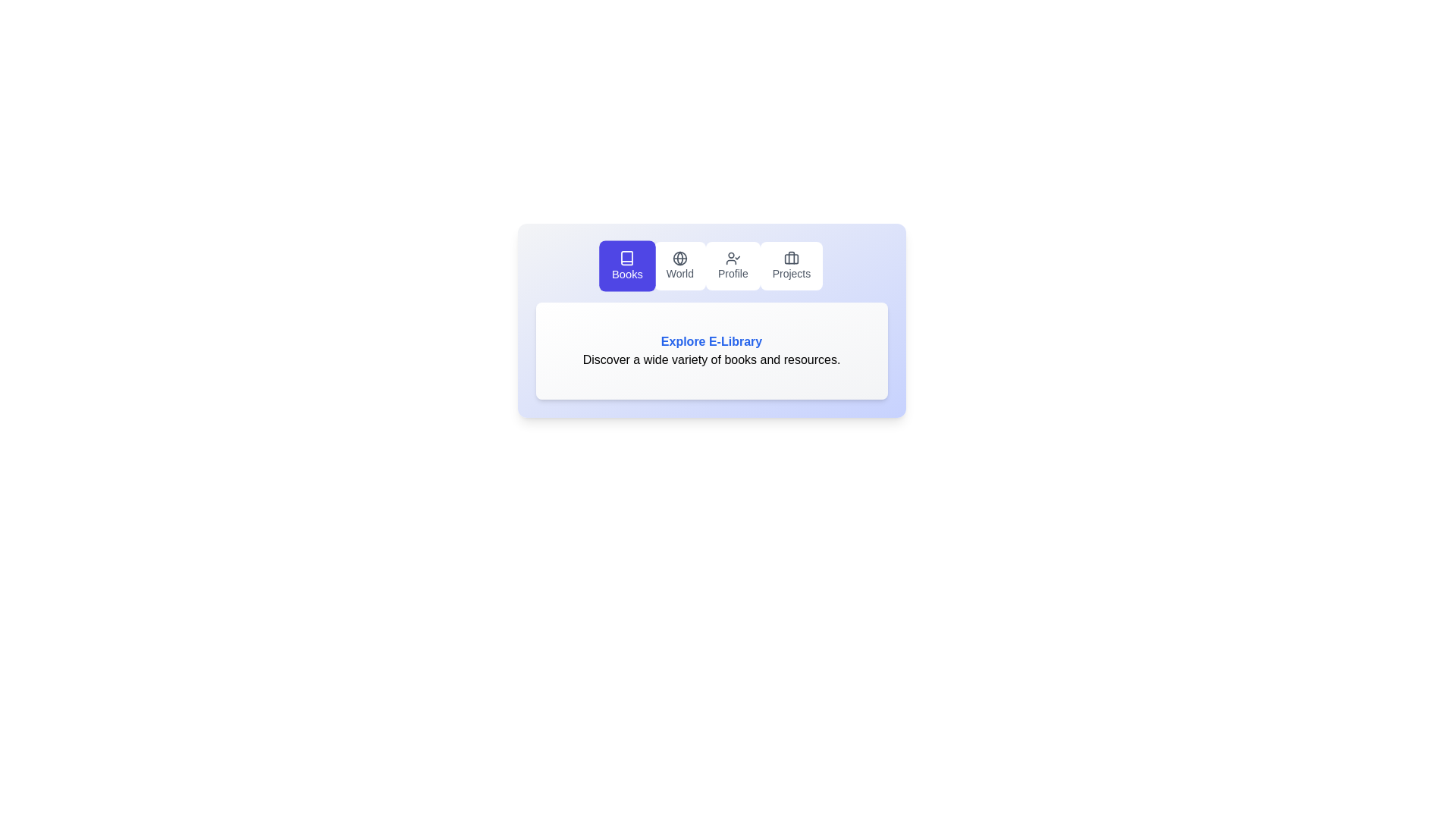  Describe the element at coordinates (627, 265) in the screenshot. I see `the tab button labeled Books to switch to the corresponding tab` at that location.